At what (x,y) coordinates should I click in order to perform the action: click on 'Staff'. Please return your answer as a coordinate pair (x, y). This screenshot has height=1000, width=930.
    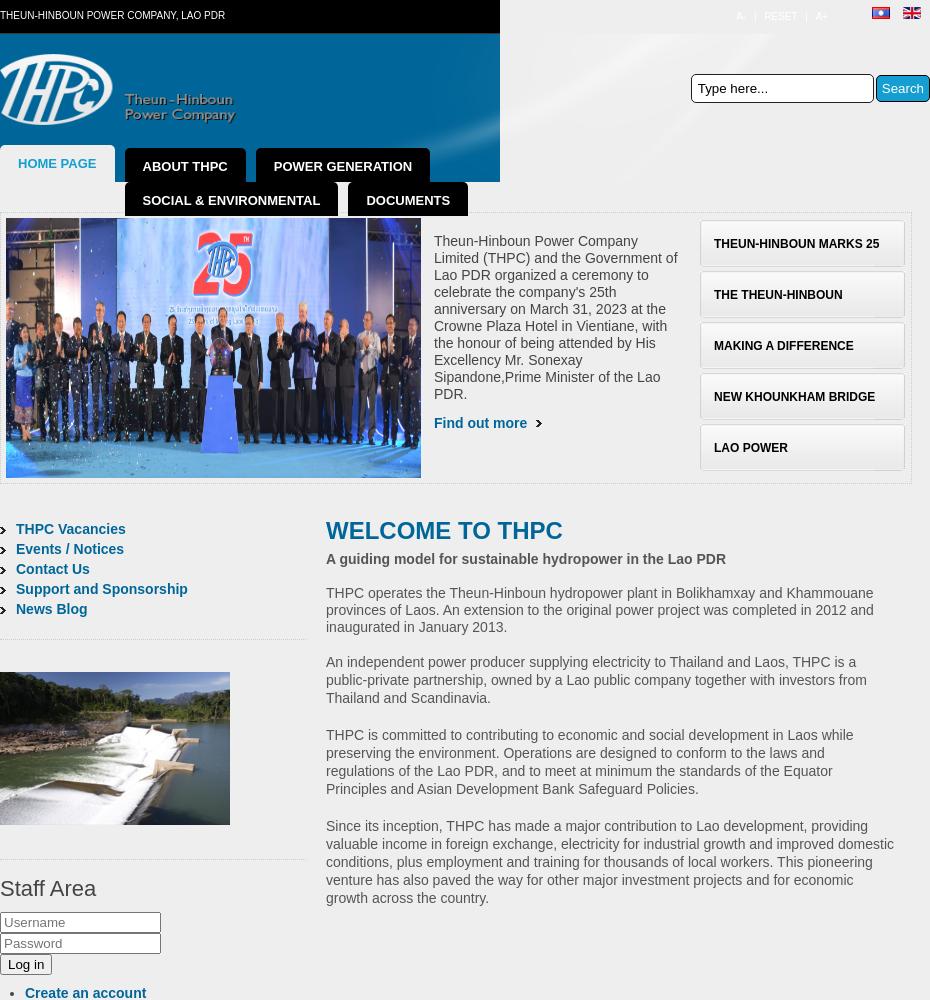
    Looking at the image, I should click on (21, 888).